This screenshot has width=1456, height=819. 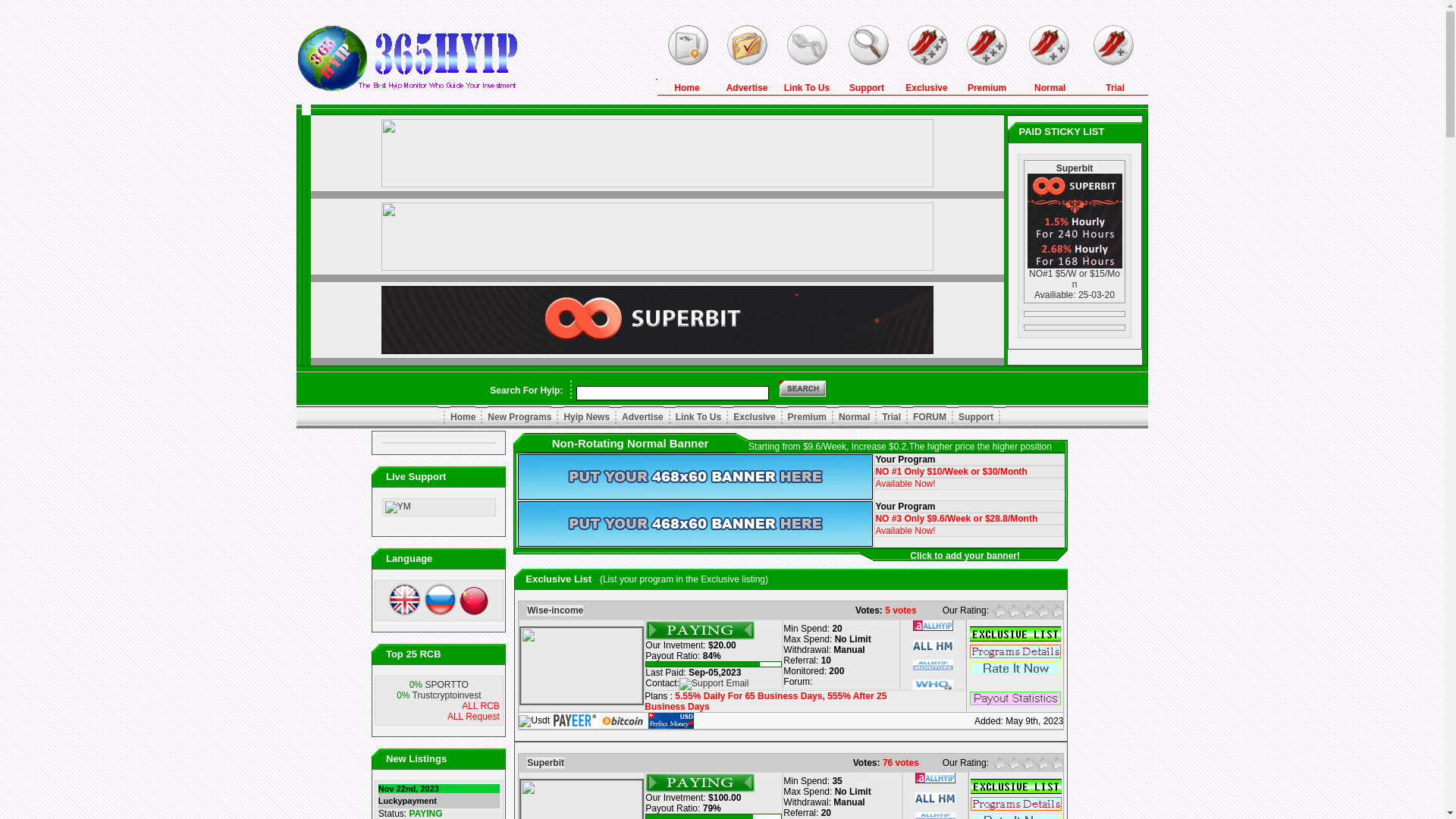 I want to click on 'Available Now!', so click(x=905, y=483).